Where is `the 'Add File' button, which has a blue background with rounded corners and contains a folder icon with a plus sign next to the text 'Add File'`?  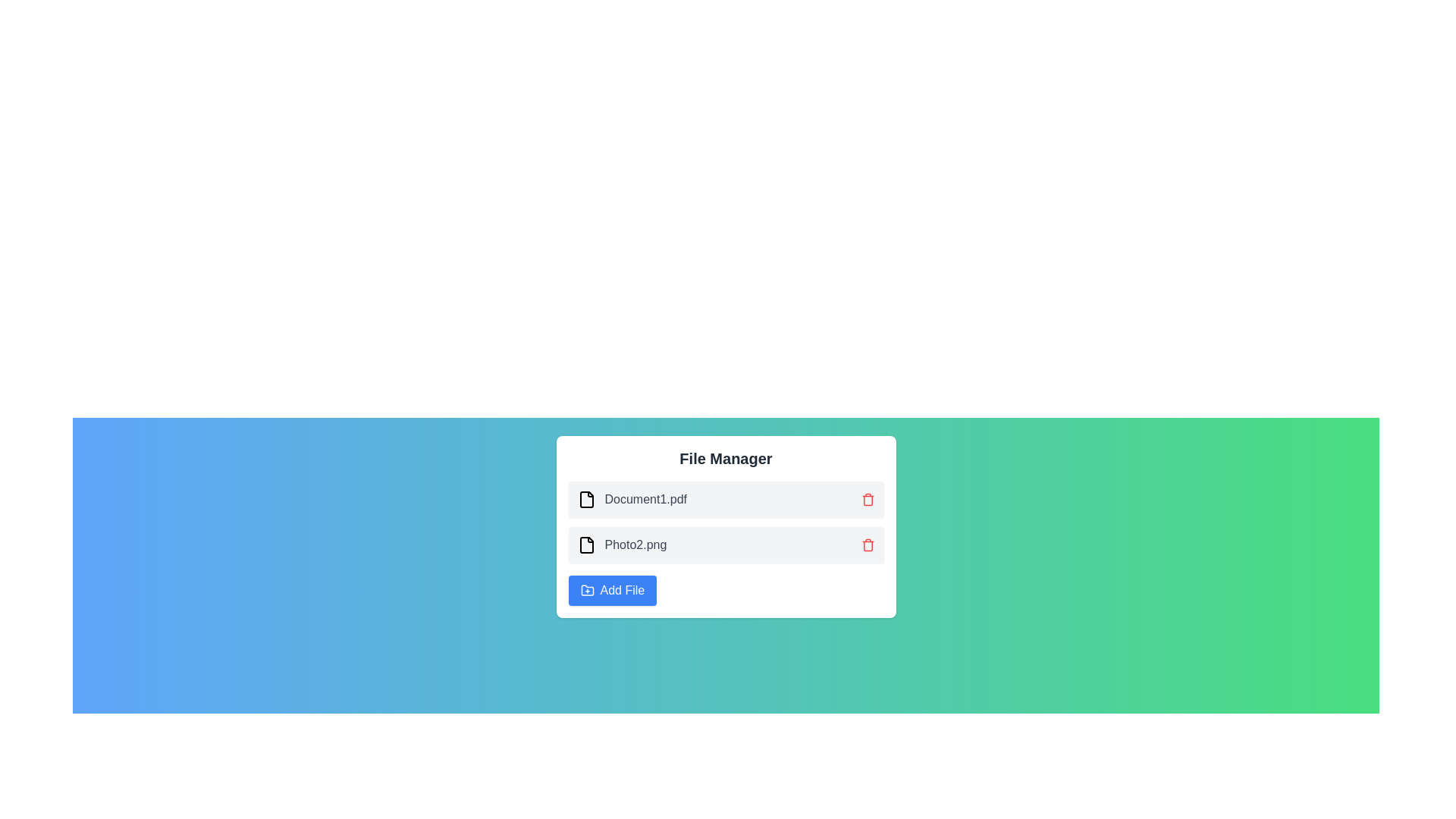
the 'Add File' button, which has a blue background with rounded corners and contains a folder icon with a plus sign next to the text 'Add File' is located at coordinates (612, 590).